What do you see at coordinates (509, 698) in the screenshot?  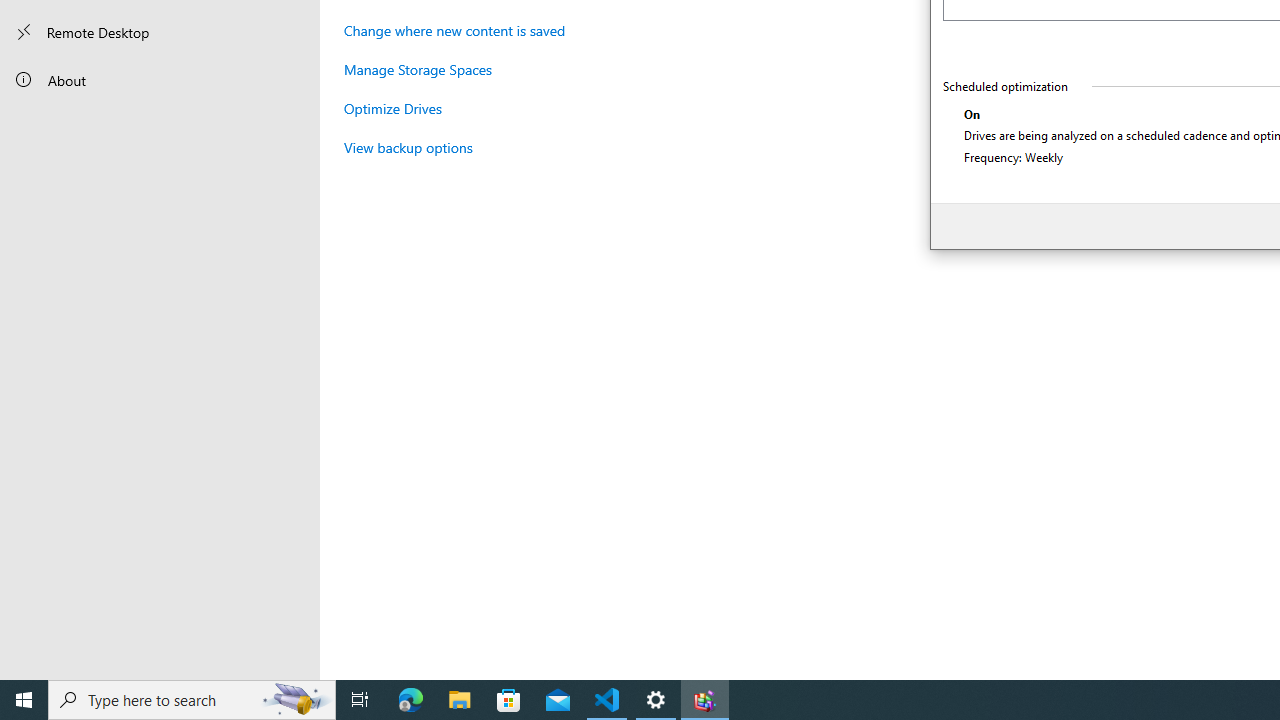 I see `'Microsoft Store'` at bounding box center [509, 698].